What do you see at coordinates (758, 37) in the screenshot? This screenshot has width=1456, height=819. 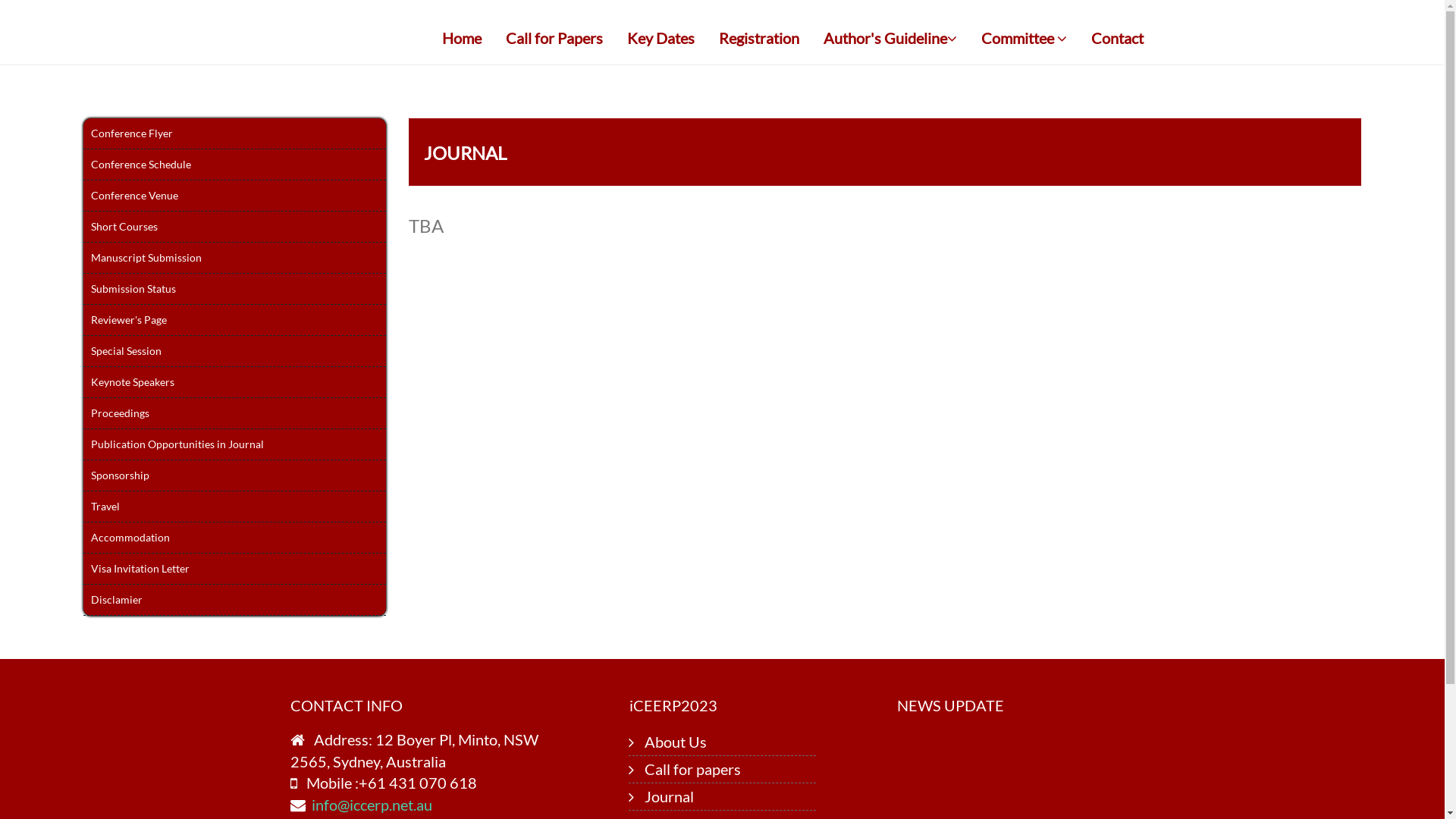 I see `'Registration'` at bounding box center [758, 37].